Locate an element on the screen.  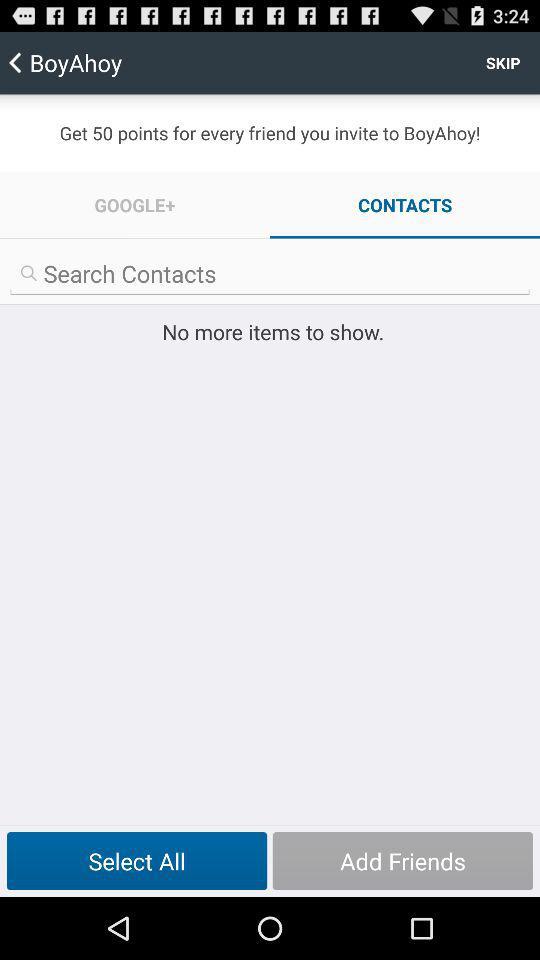
the button next to select all button is located at coordinates (402, 860).